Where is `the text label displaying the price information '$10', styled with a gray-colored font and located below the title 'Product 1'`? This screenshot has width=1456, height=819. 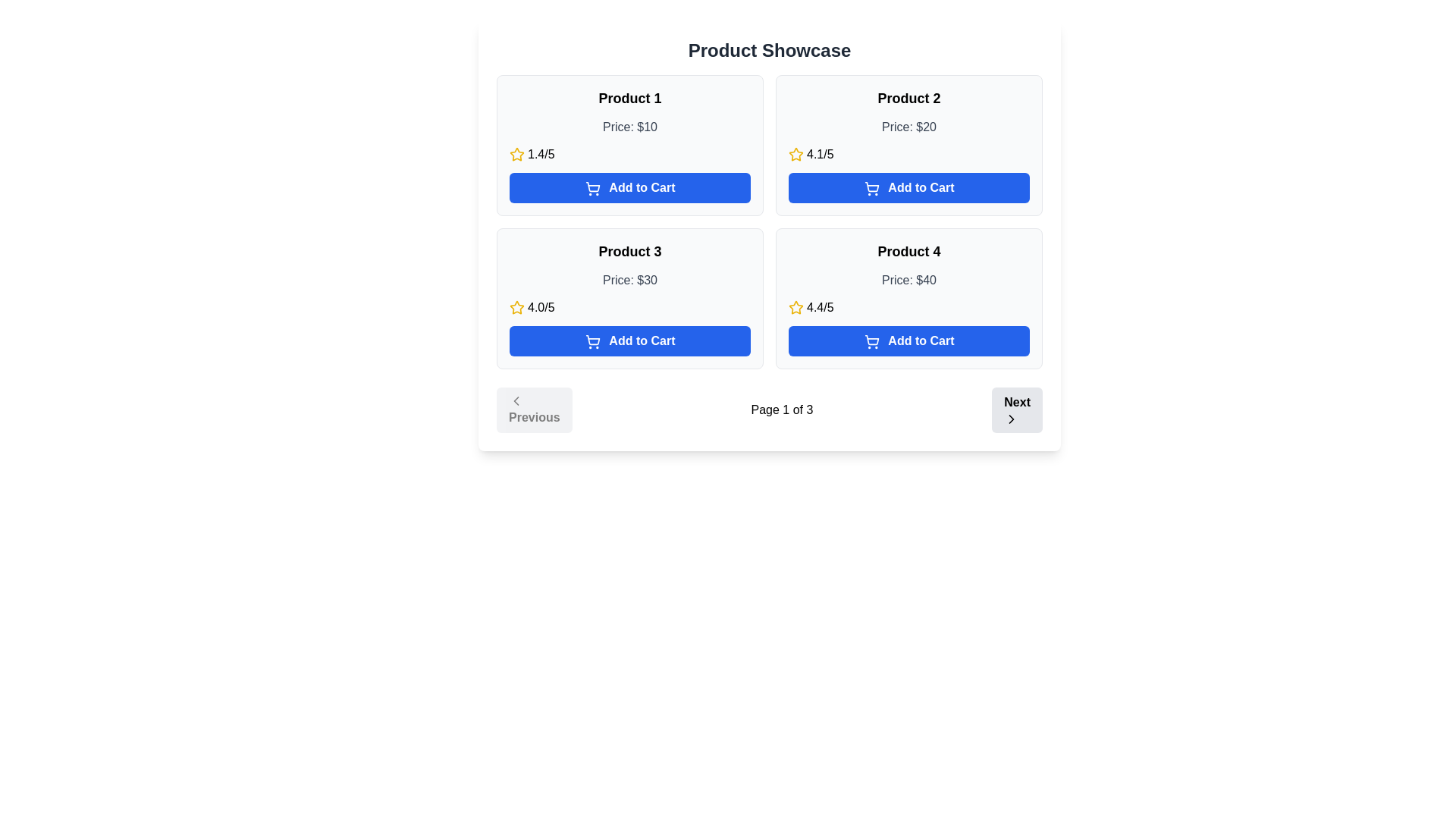 the text label displaying the price information '$10', styled with a gray-colored font and located below the title 'Product 1' is located at coordinates (629, 127).